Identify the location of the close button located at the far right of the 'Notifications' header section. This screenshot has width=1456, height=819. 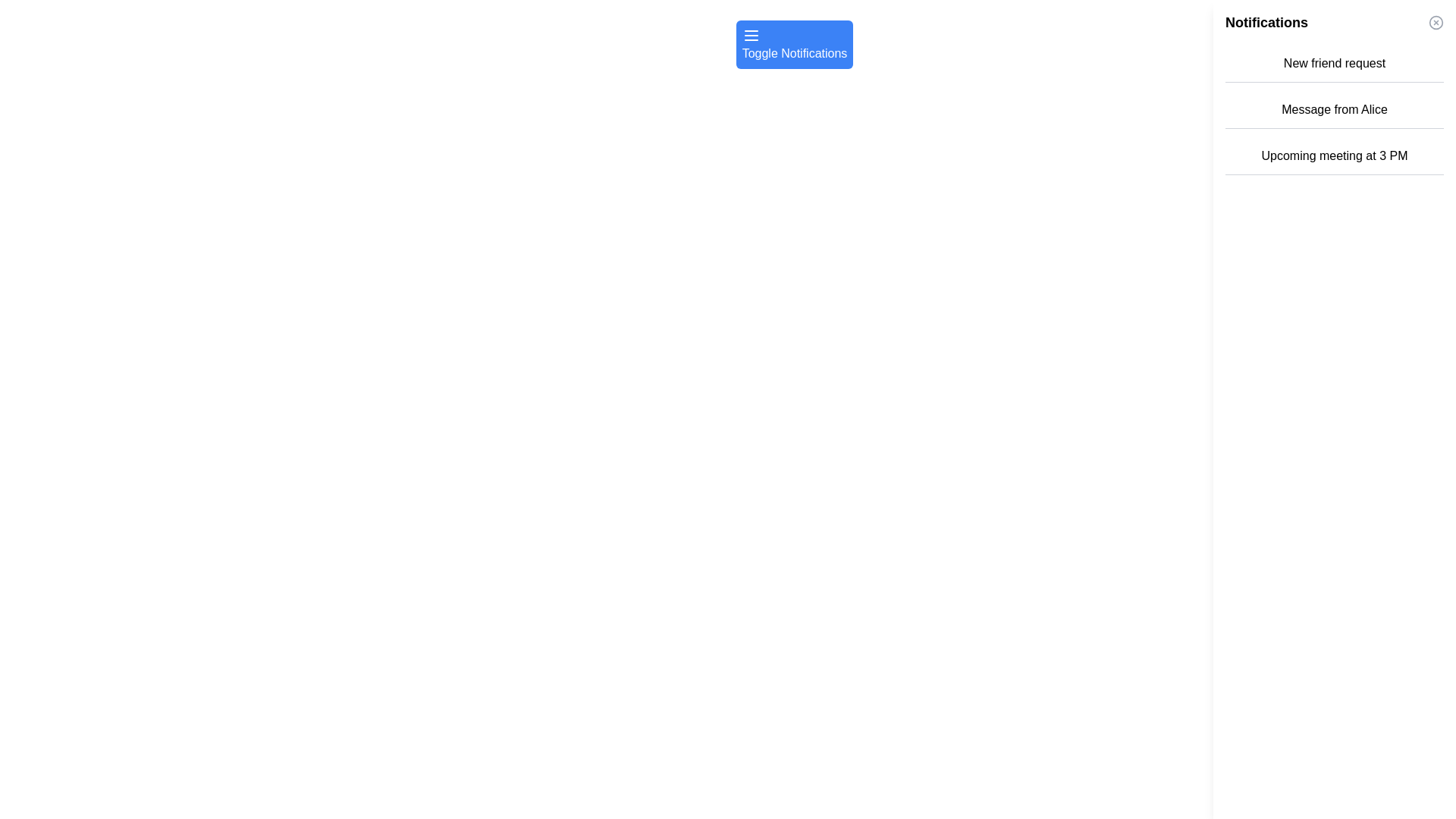
(1436, 23).